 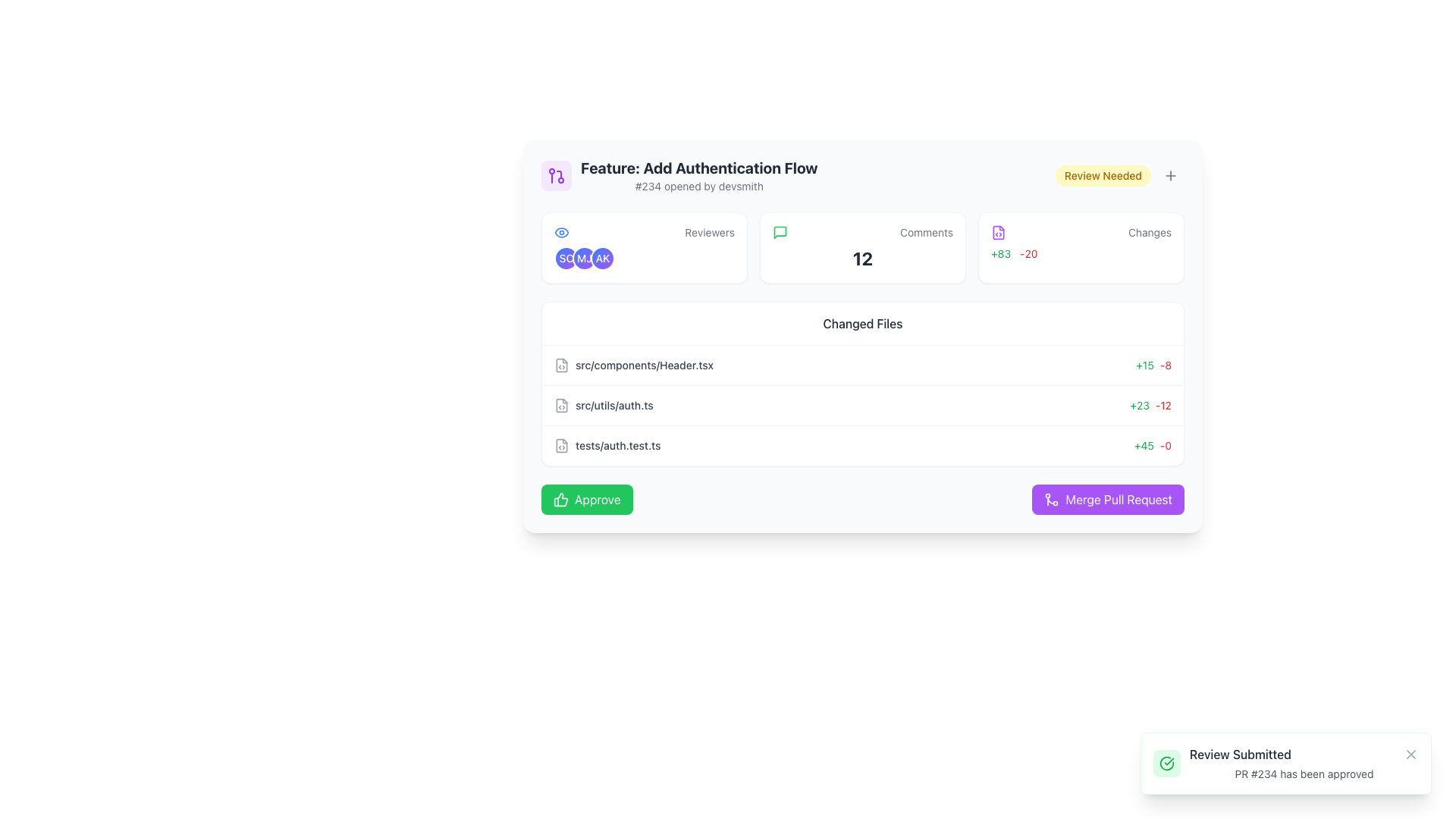 I want to click on the Text display element showing the numbers '+83' in green and '-20' in red, located in the 'Changes' section of the white card UI near the top right corner, so click(x=1080, y=253).